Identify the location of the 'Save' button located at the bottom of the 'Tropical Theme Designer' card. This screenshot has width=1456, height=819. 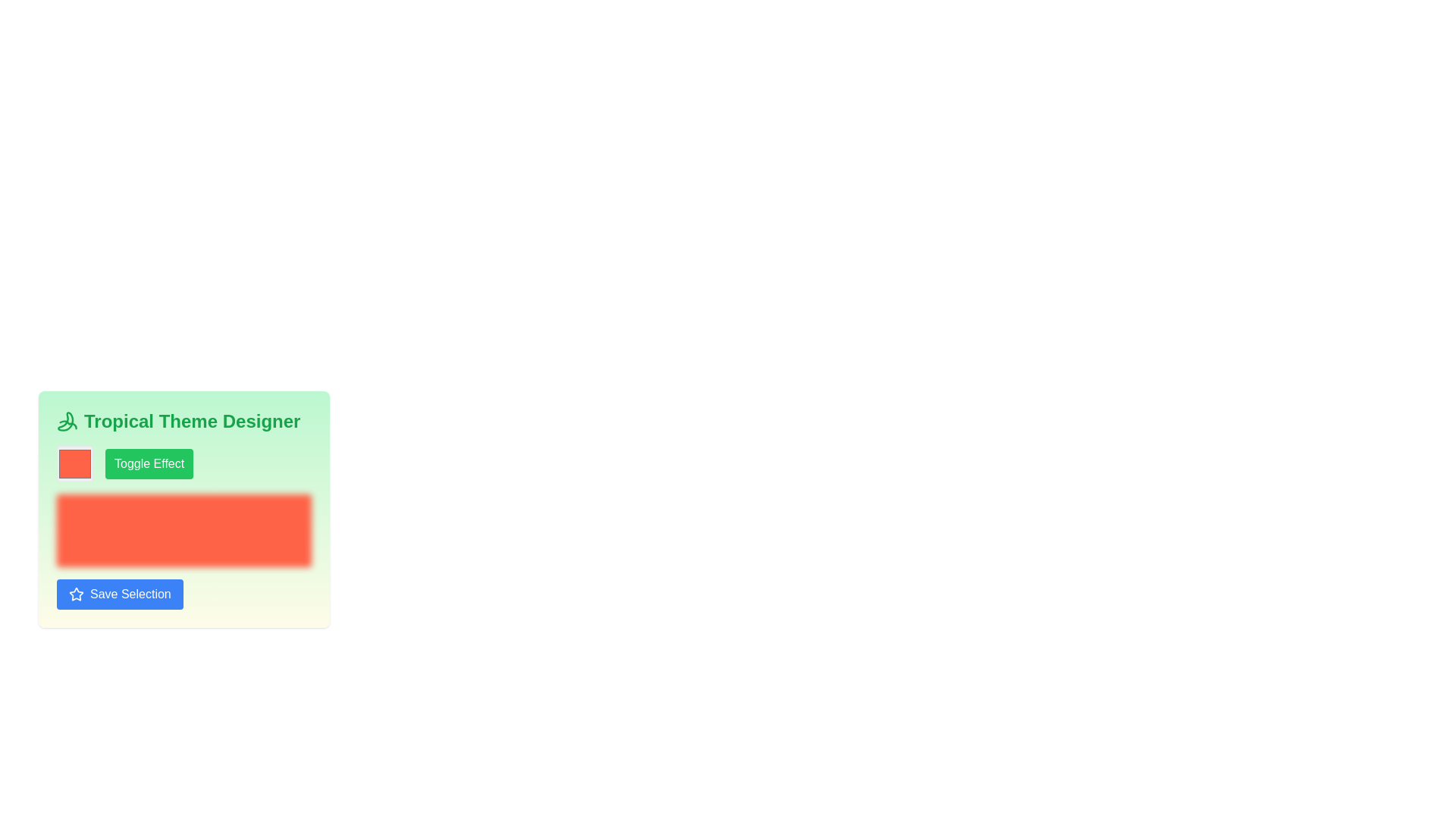
(119, 593).